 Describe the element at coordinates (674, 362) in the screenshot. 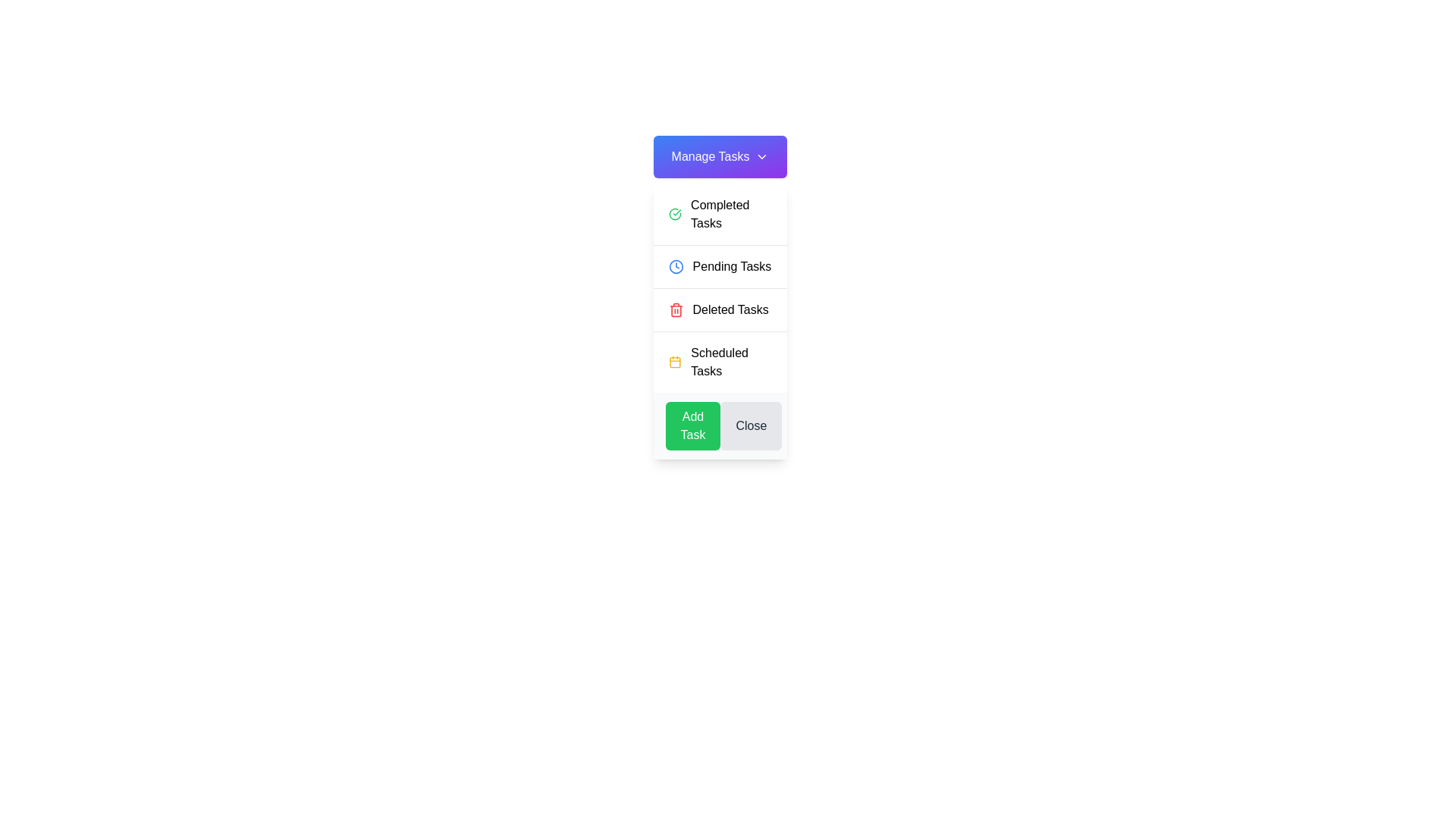

I see `the decorative background graphic of the calendar icon, which is a rounded square shape with a yellow border and white fill, located in the 'Scheduled Tasks' dropdown menu` at that location.